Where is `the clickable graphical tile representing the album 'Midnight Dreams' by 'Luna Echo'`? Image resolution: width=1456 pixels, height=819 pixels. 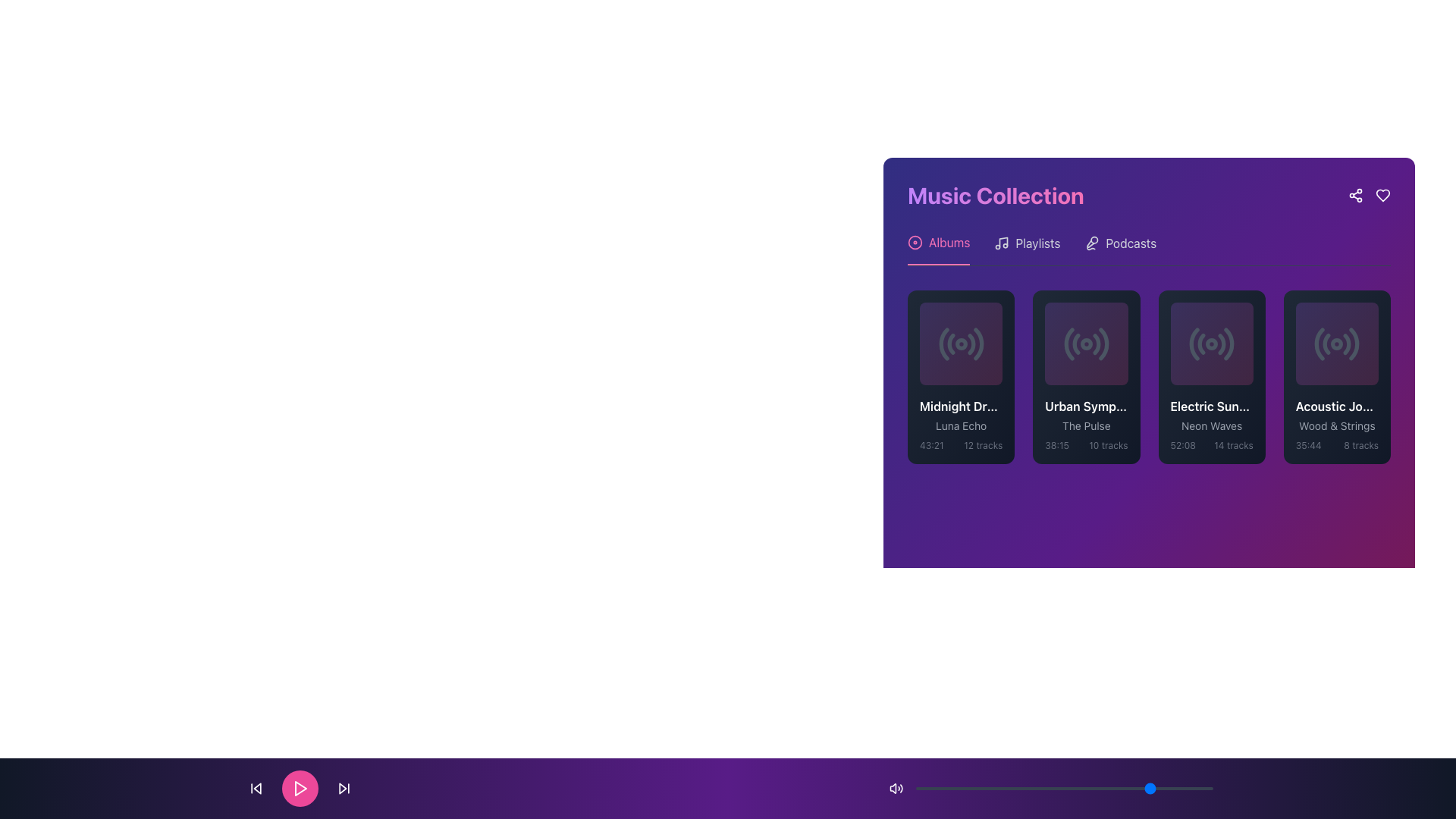
the clickable graphical tile representing the album 'Midnight Dreams' by 'Luna Echo' is located at coordinates (960, 344).